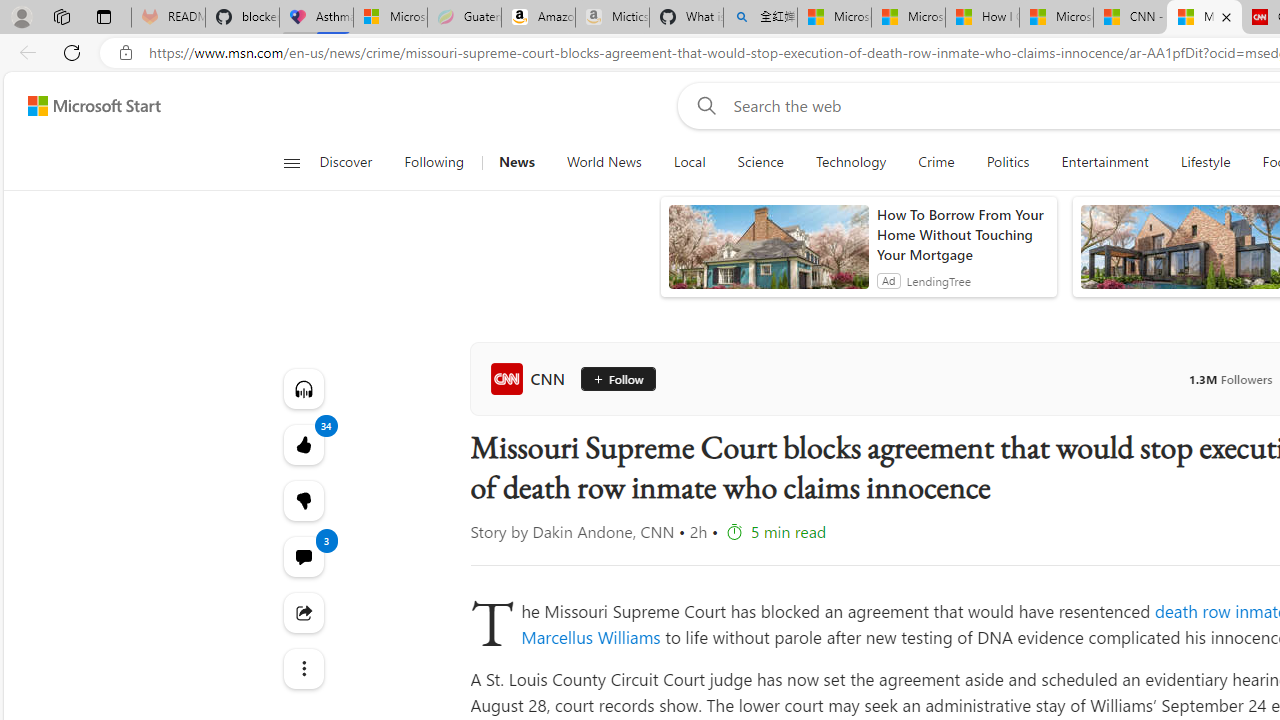  What do you see at coordinates (937, 280) in the screenshot?
I see `'LendingTree'` at bounding box center [937, 280].